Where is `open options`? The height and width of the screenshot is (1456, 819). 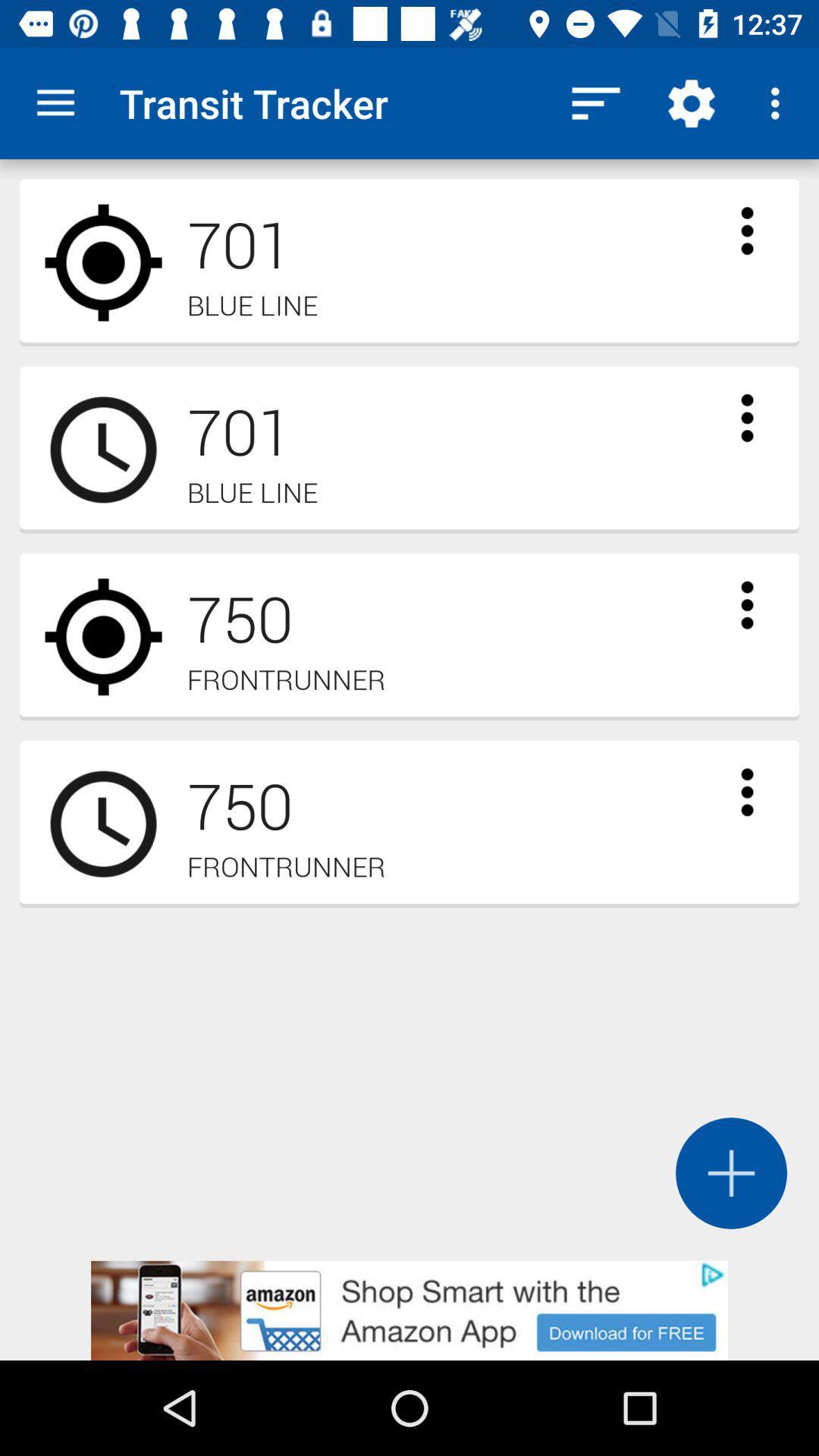
open options is located at coordinates (746, 418).